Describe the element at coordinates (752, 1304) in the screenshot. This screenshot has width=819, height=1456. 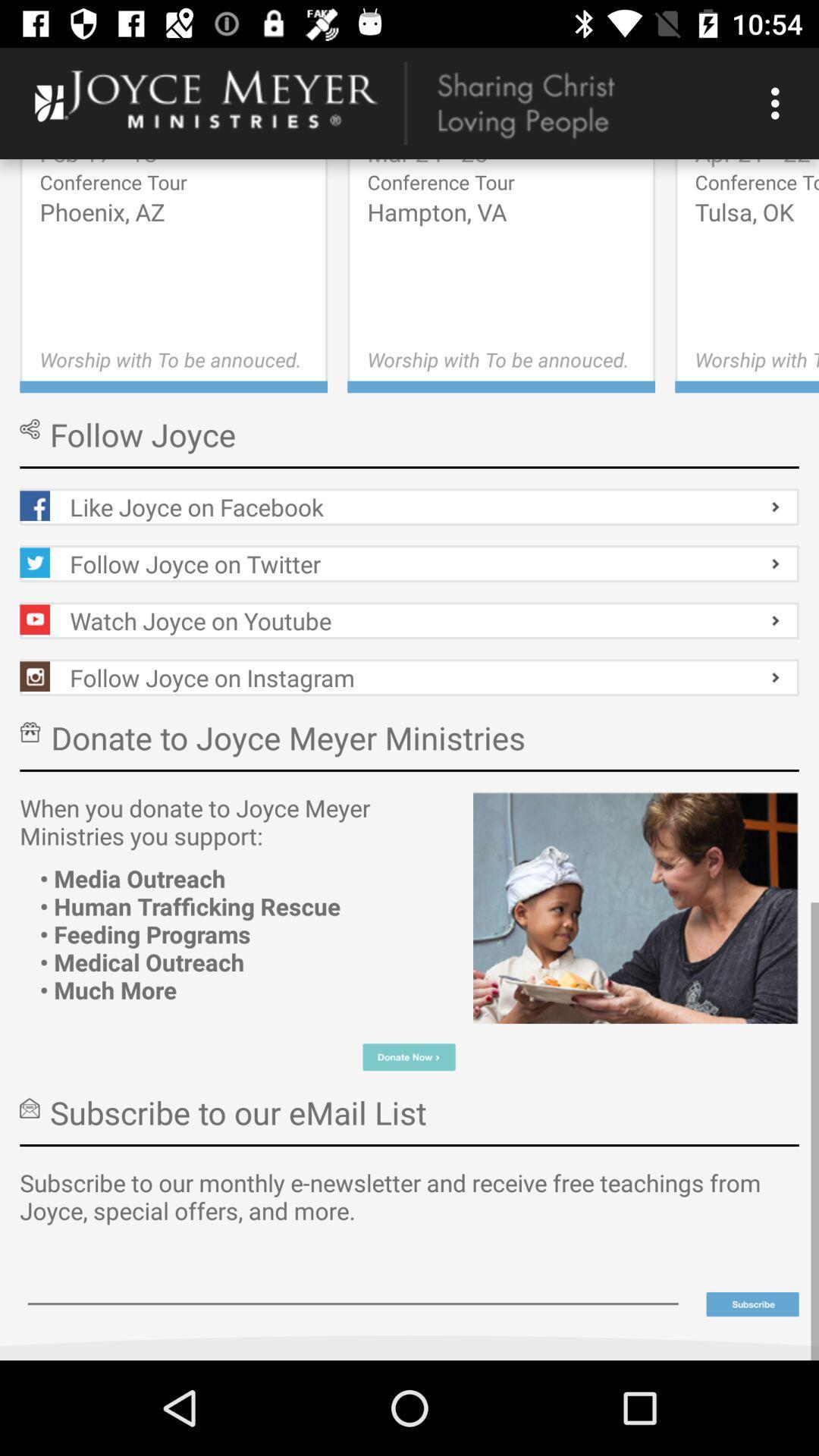
I see `the more icon` at that location.